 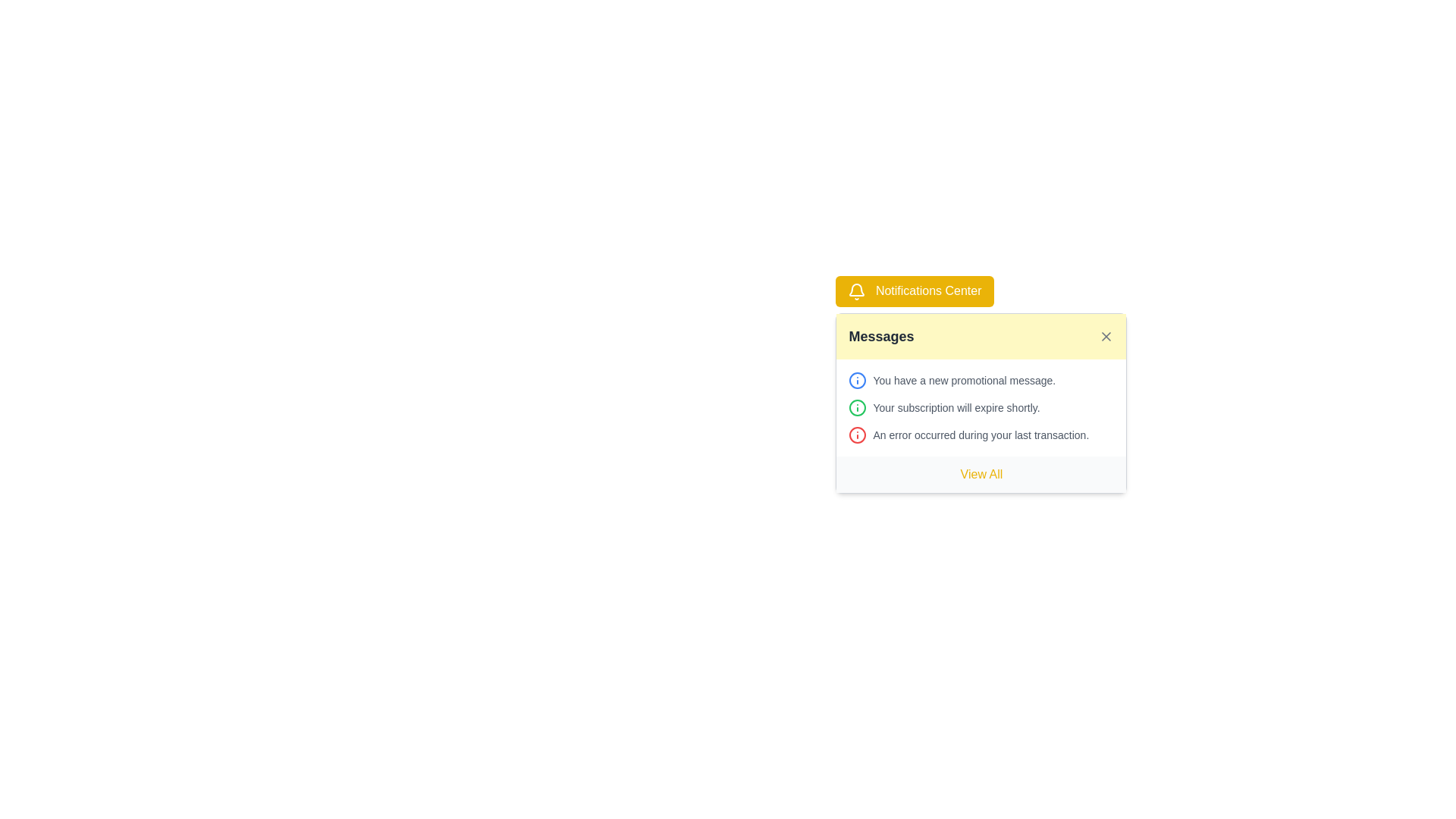 What do you see at coordinates (981, 379) in the screenshot?
I see `notification text of the first notification in the Notifications Center, which contains the message 'You have a new promotional message.'` at bounding box center [981, 379].